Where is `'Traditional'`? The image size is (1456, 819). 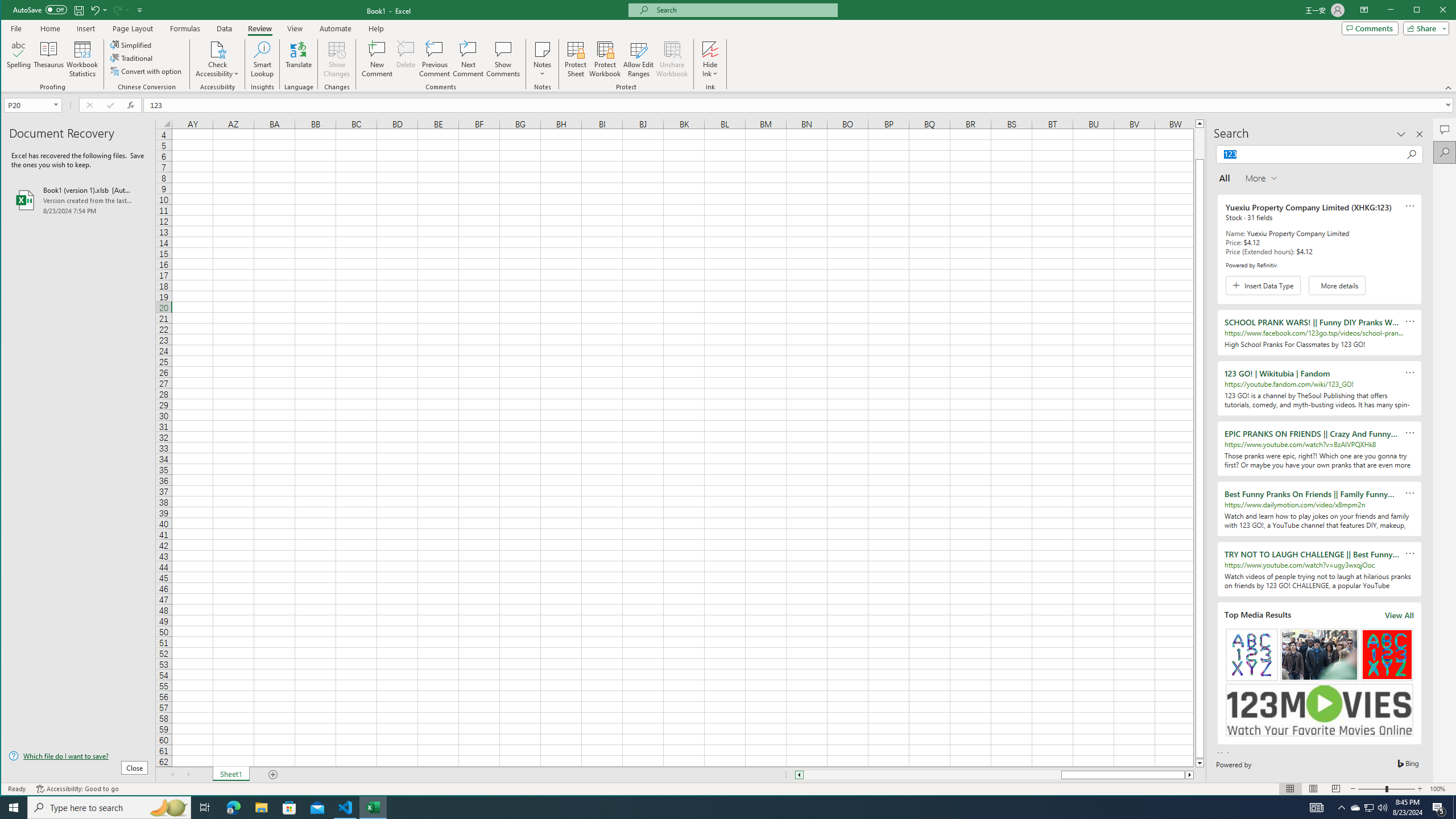 'Traditional' is located at coordinates (132, 58).